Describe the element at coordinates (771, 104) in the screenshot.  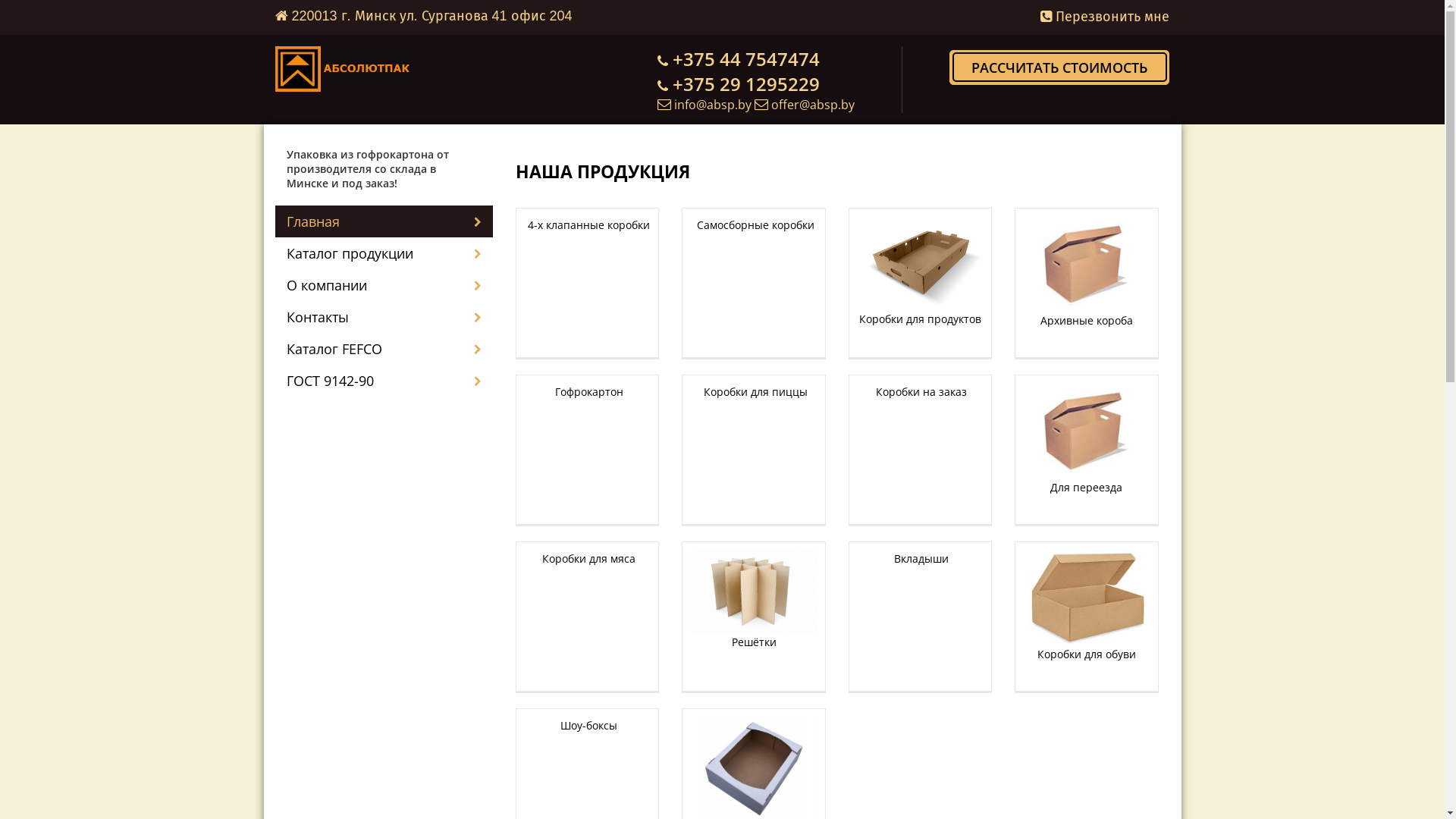
I see `'offer@absp.by'` at that location.